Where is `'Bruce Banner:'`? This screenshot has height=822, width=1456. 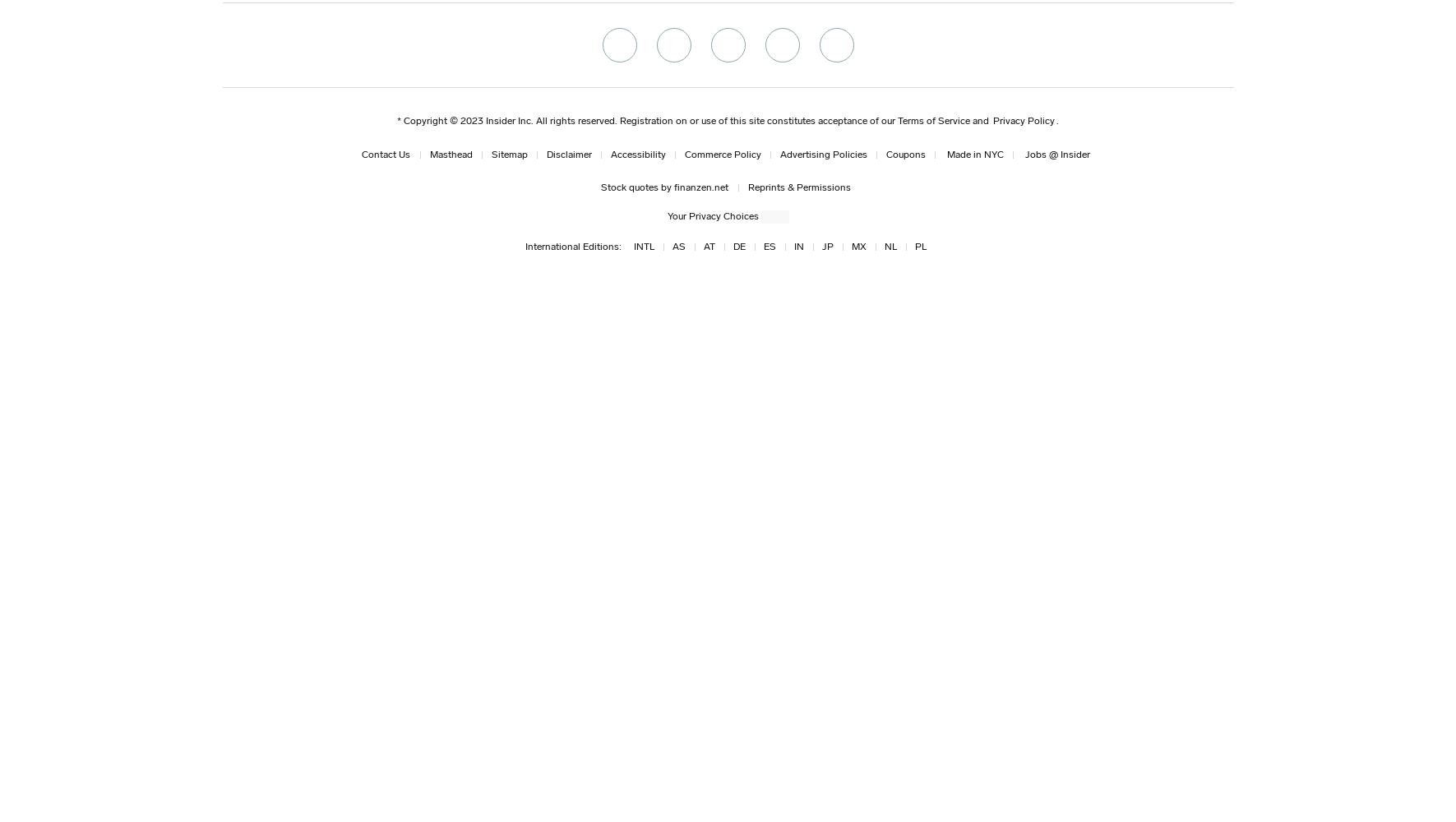
'Bruce Banner:' is located at coordinates (284, 18).